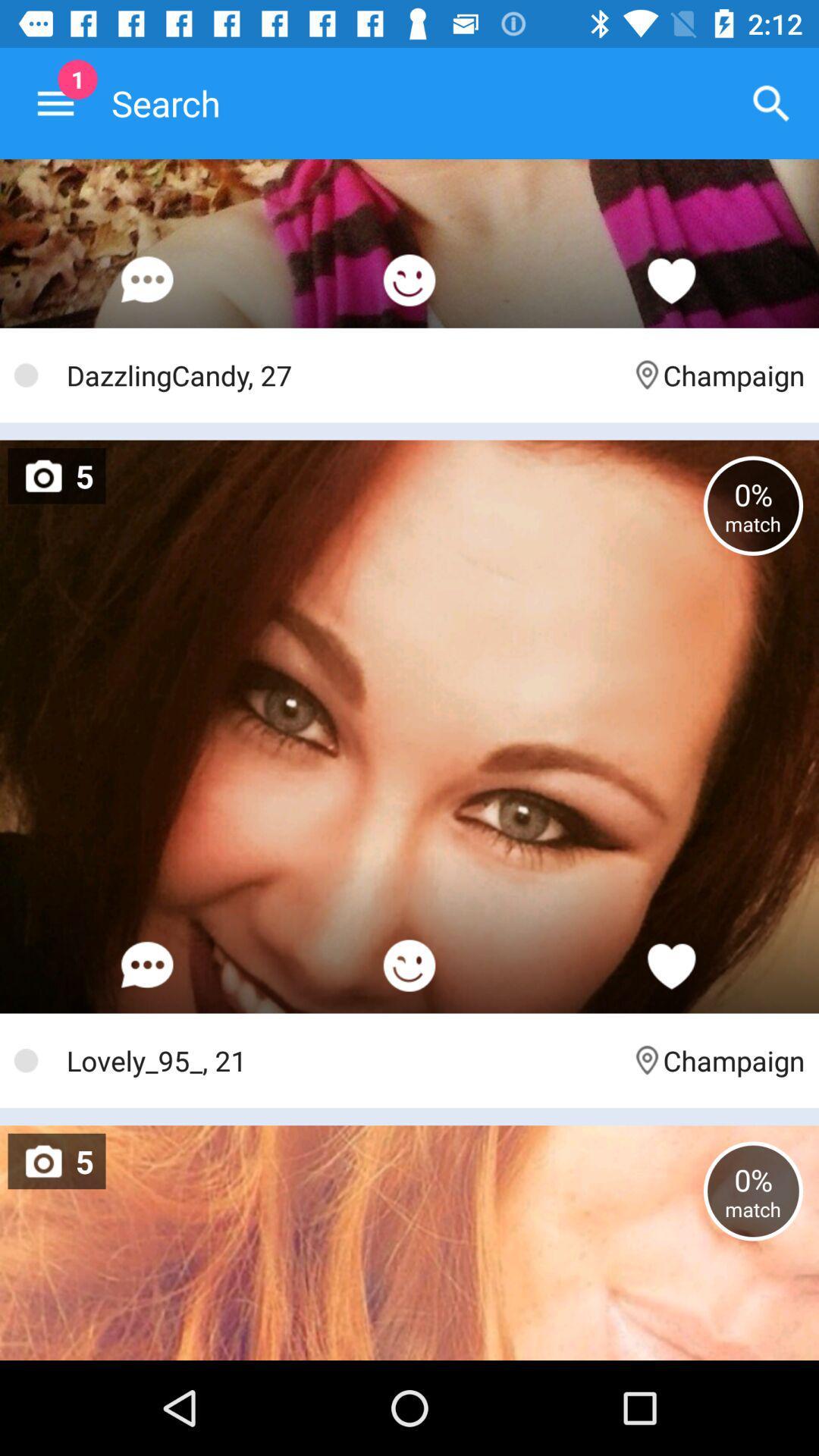  Describe the element at coordinates (771, 102) in the screenshot. I see `the icon next to the search item` at that location.